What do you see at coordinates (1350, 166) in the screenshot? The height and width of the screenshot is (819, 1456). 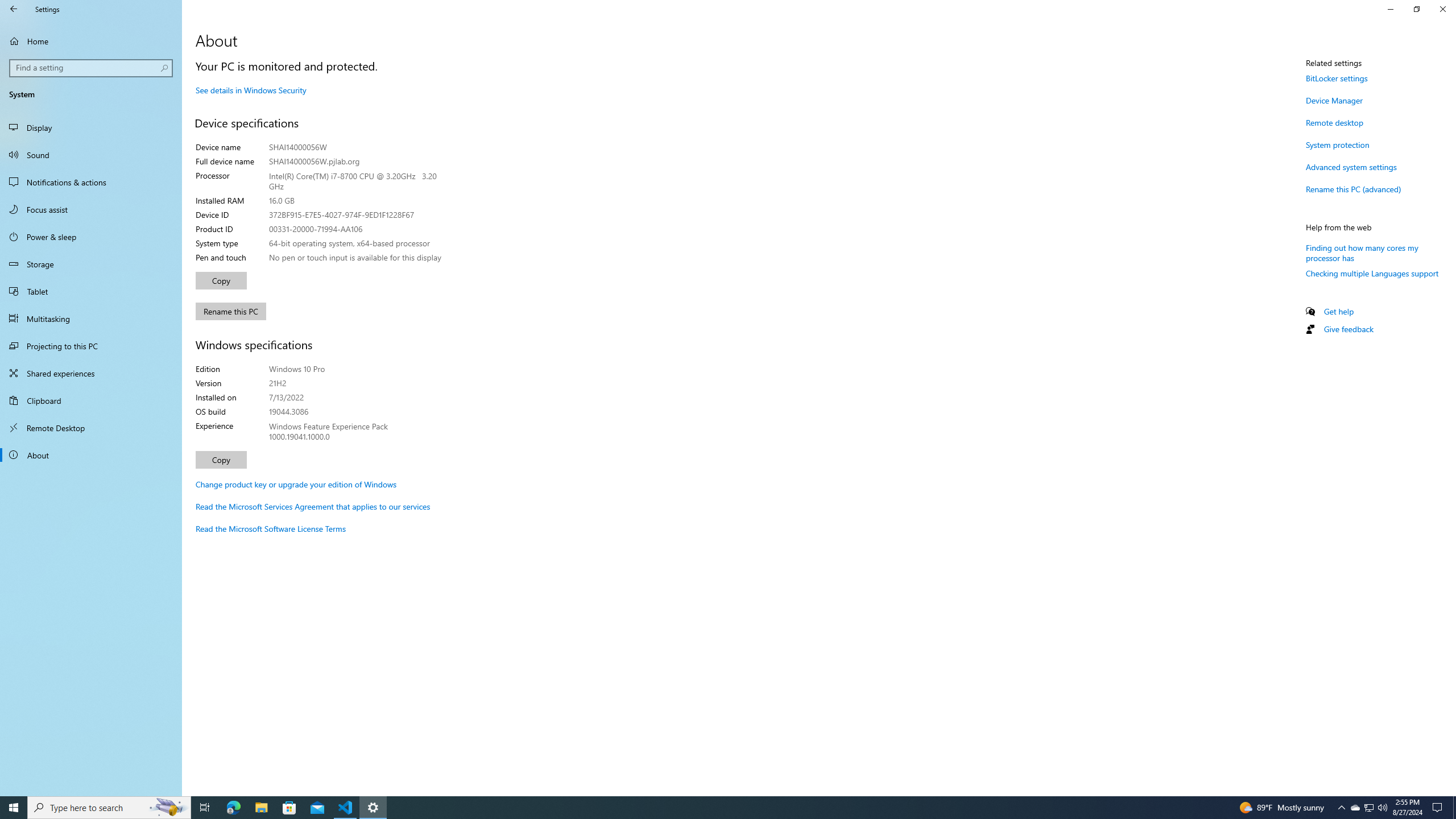 I see `'Advanced system settings'` at bounding box center [1350, 166].